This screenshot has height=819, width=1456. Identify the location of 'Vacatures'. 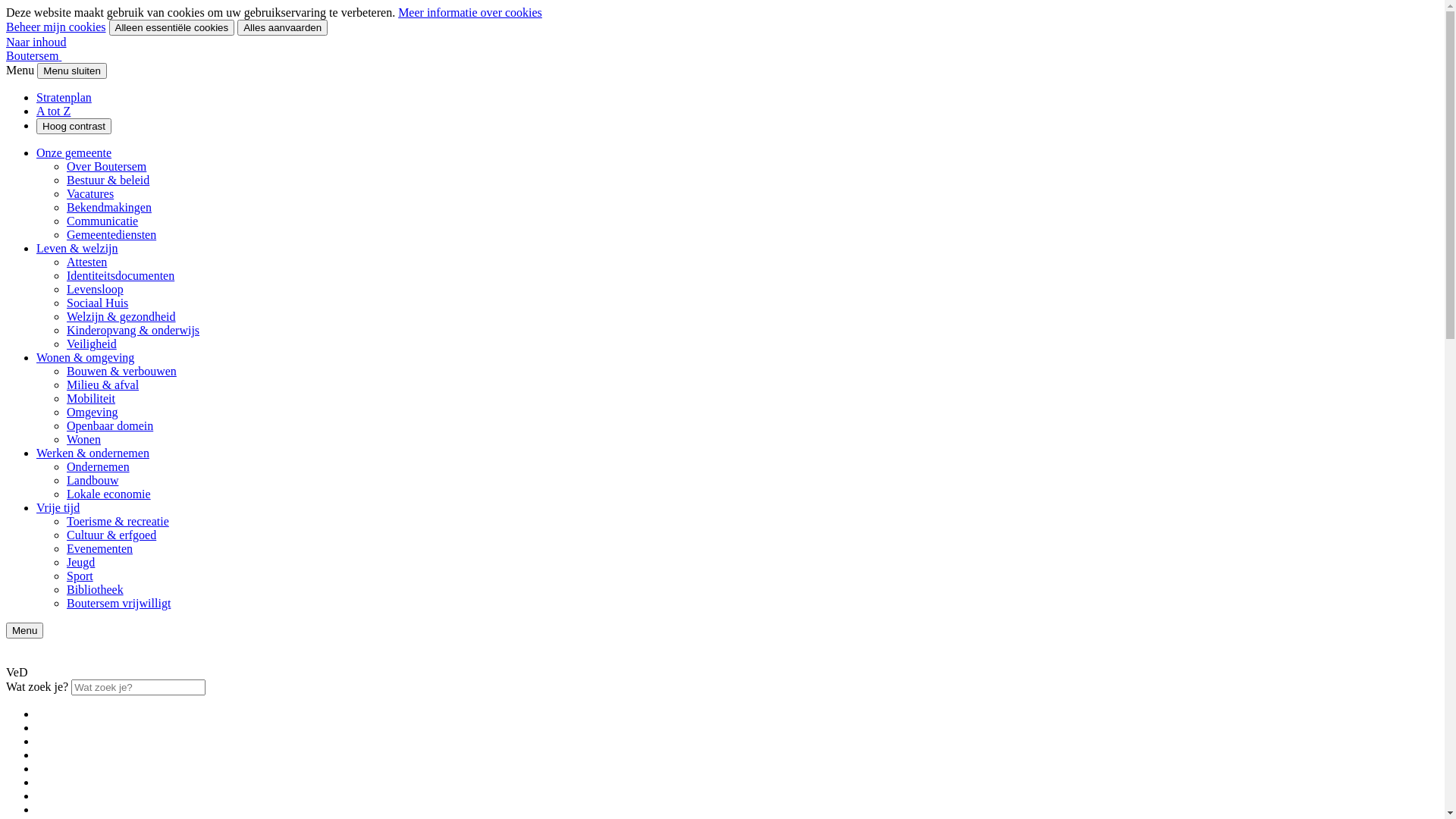
(89, 193).